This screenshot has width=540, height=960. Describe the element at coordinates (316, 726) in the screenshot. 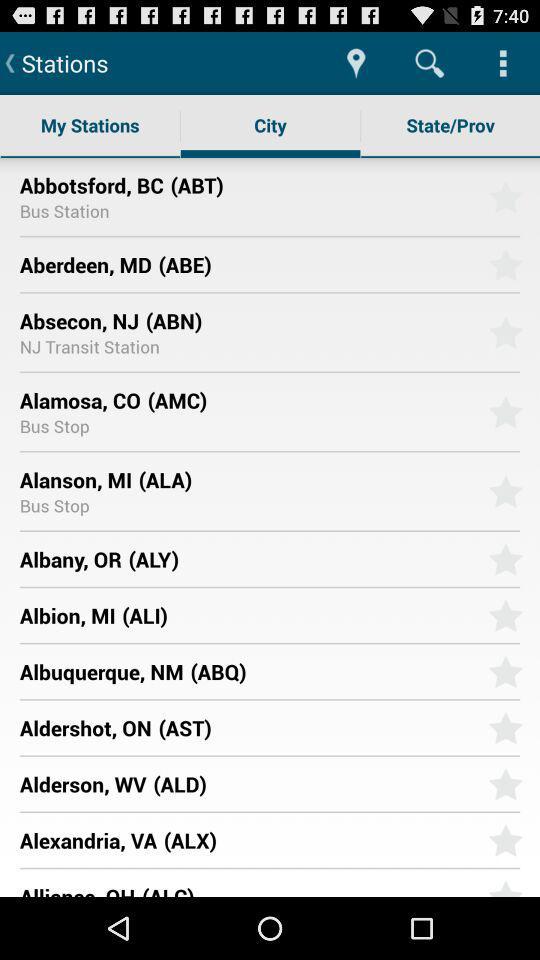

I see `the icon to the right of the aldershot, on item` at that location.